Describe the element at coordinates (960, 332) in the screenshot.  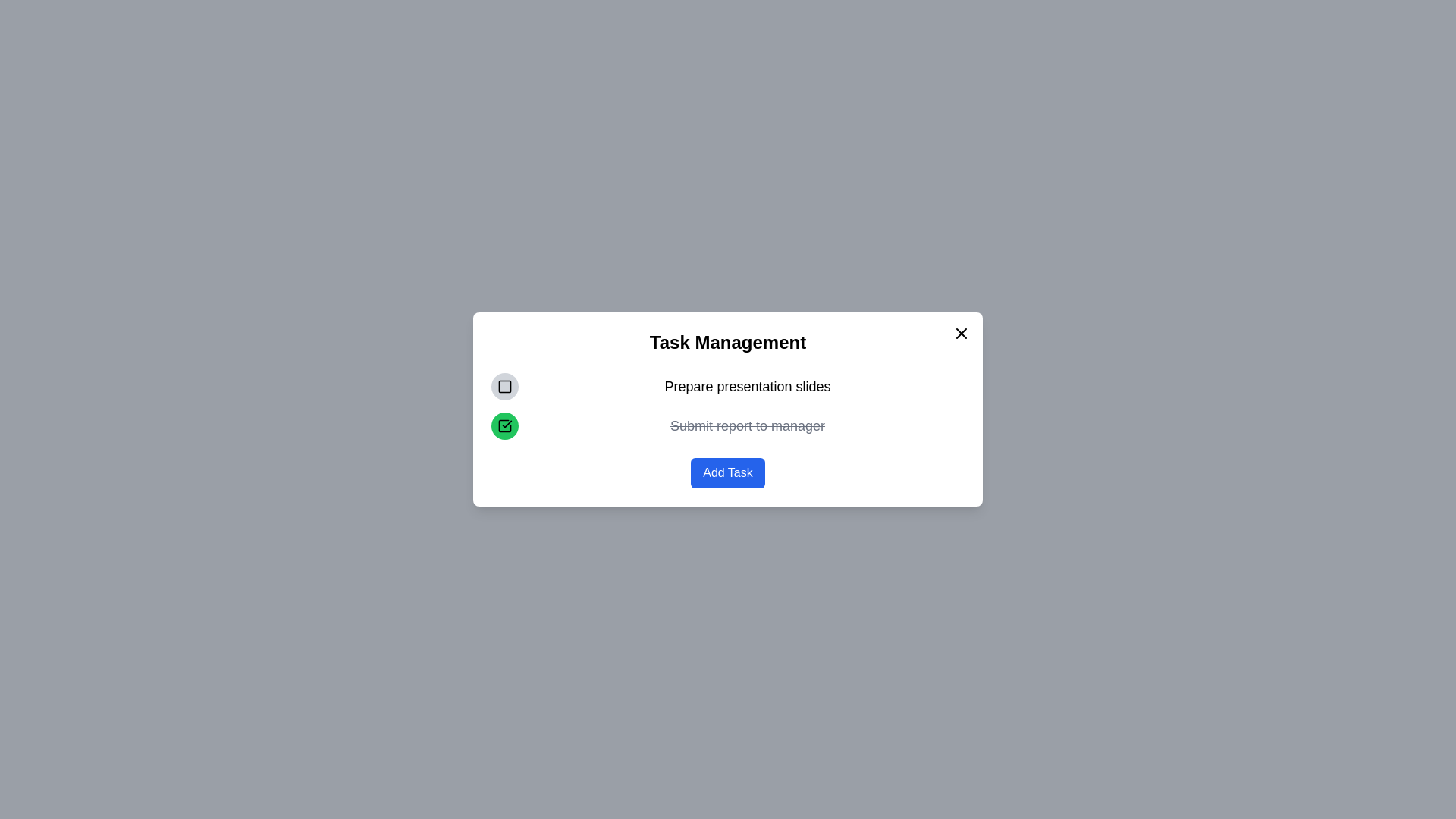
I see `the diagonal line of the 'X' icon located in the top-right corner of the 'Task Management' modal` at that location.